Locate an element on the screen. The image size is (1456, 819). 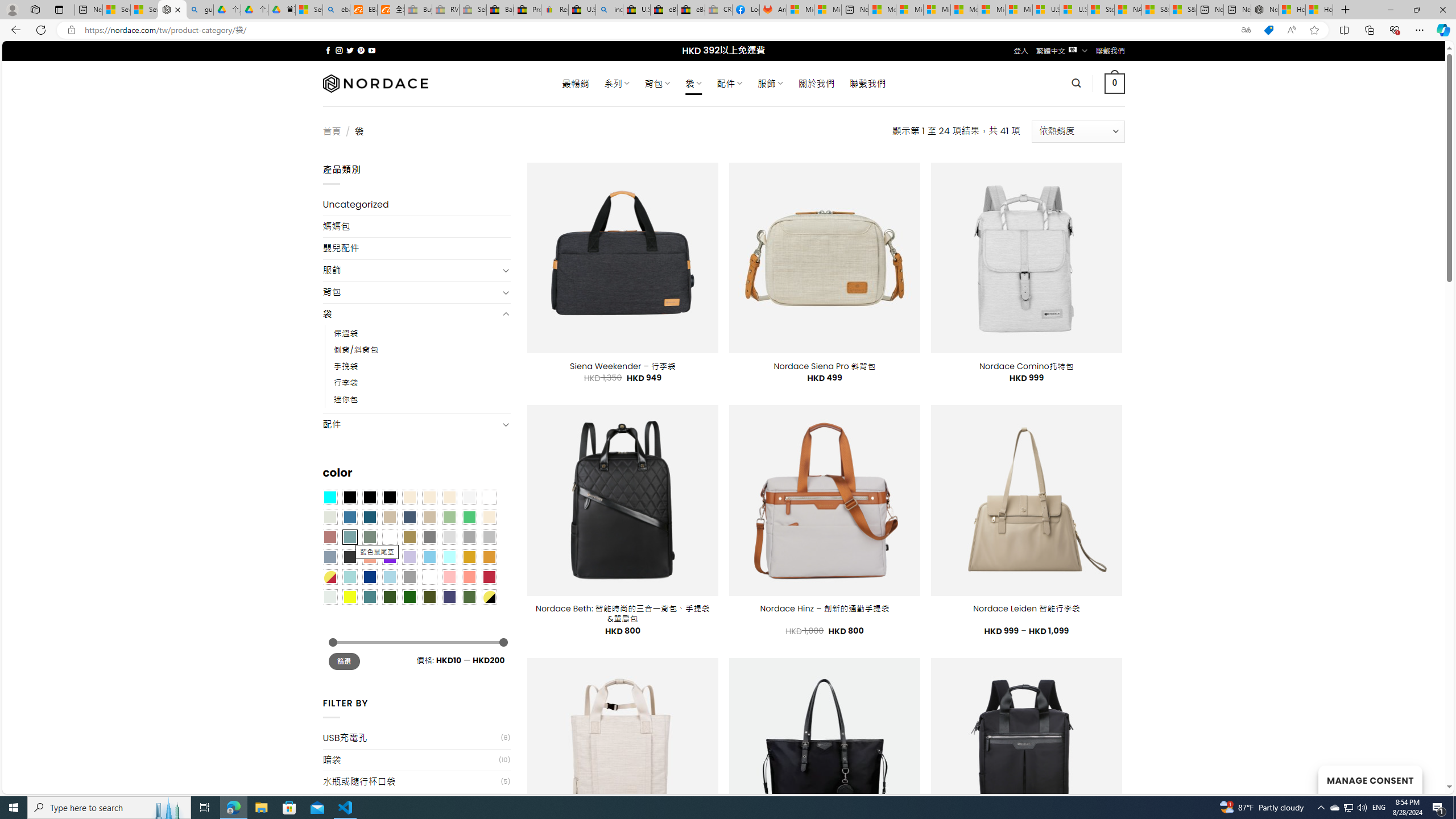
'Close' is located at coordinates (1442, 9).